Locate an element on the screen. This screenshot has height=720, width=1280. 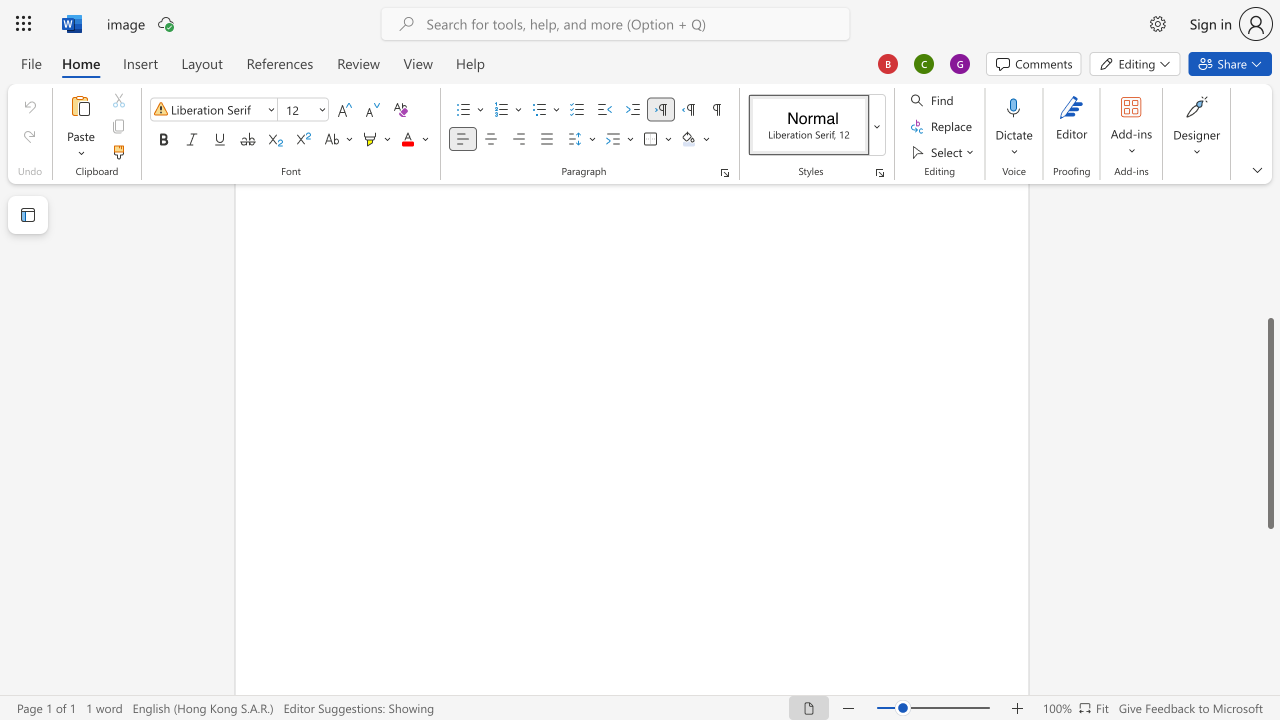
the scrollbar on the right to shift the page higher is located at coordinates (1269, 238).